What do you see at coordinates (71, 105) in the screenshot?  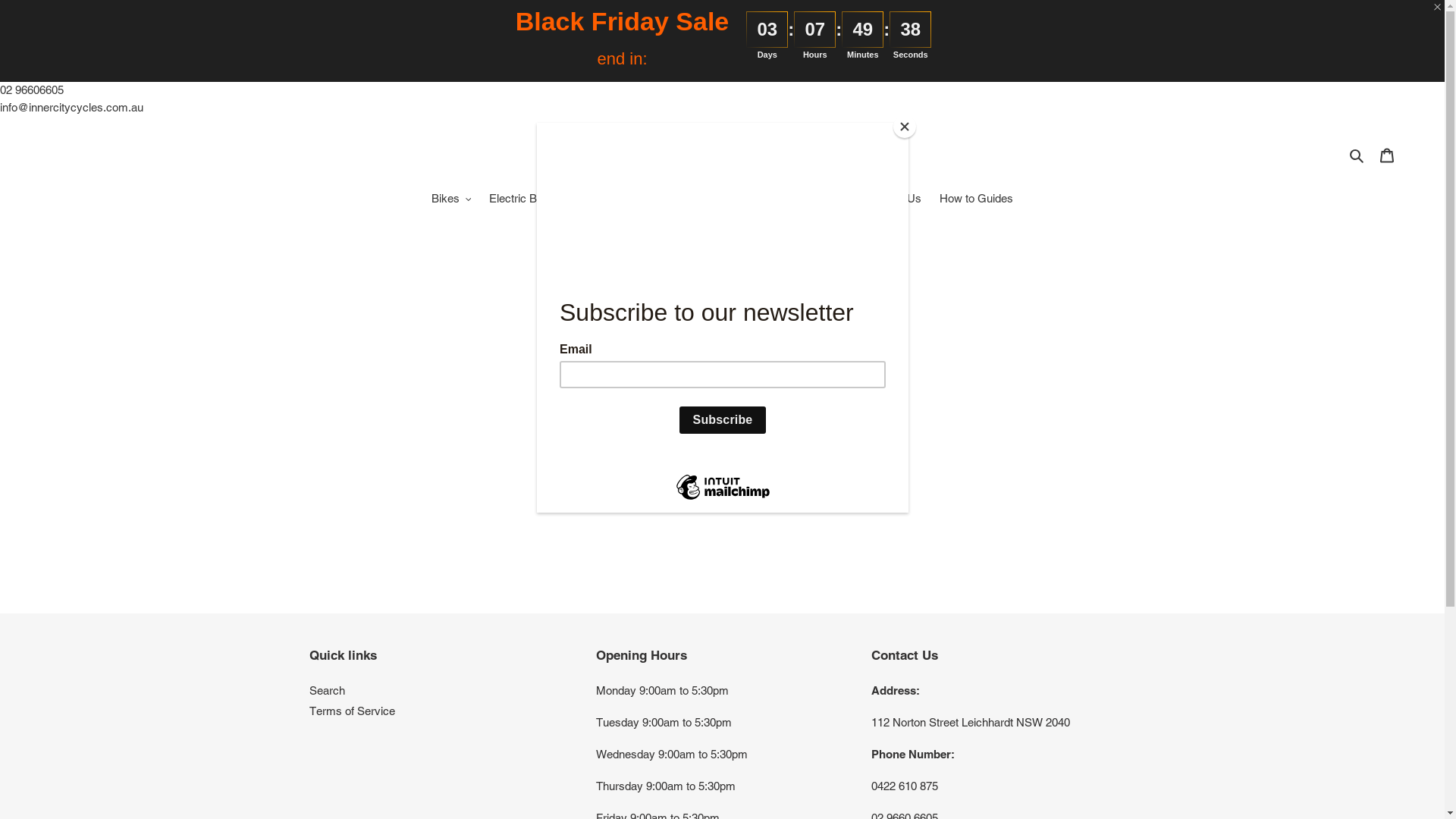 I see `'info@innercitycycles.com.au'` at bounding box center [71, 105].